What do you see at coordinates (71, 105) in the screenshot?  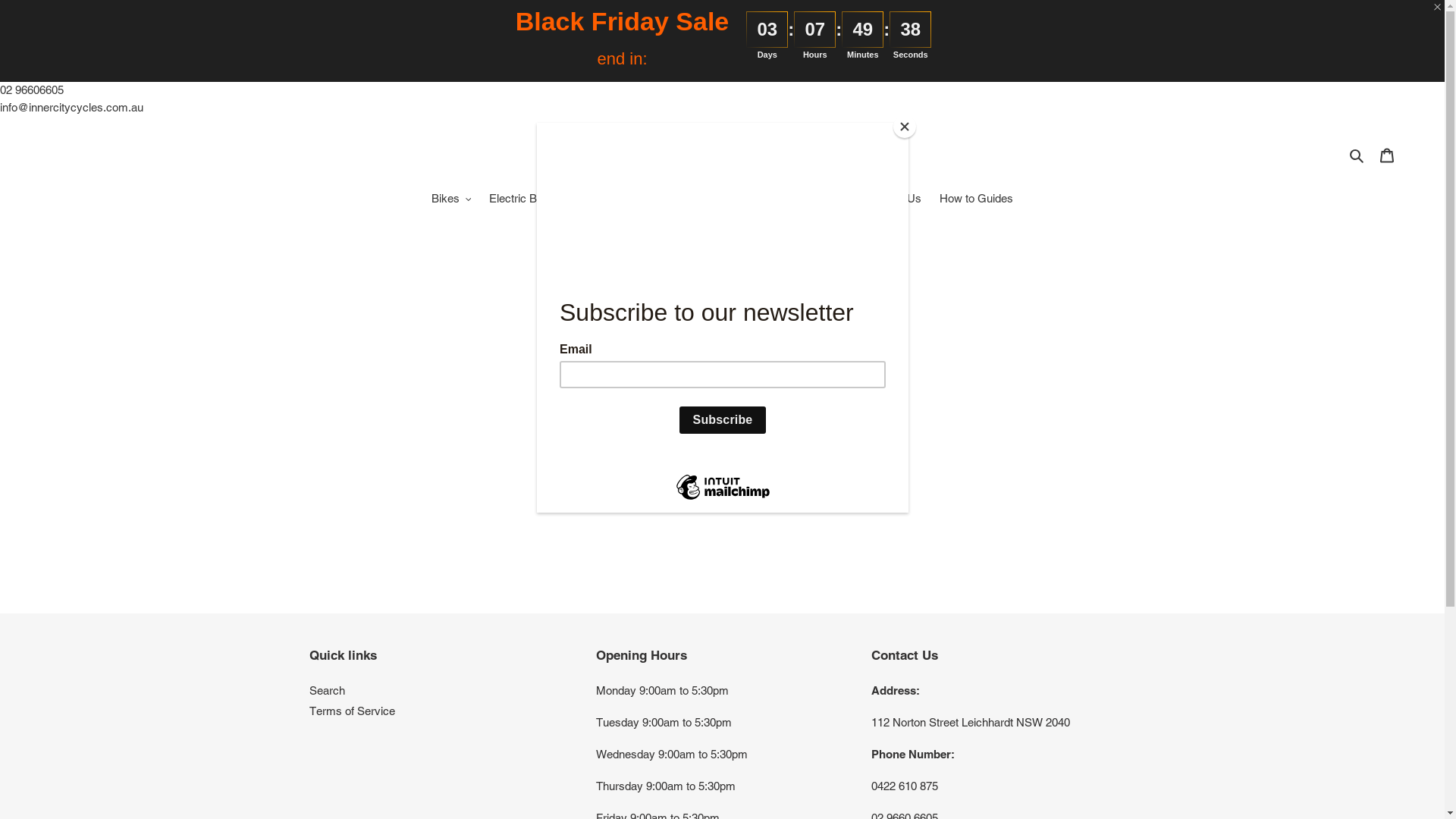 I see `'info@innercitycycles.com.au'` at bounding box center [71, 105].